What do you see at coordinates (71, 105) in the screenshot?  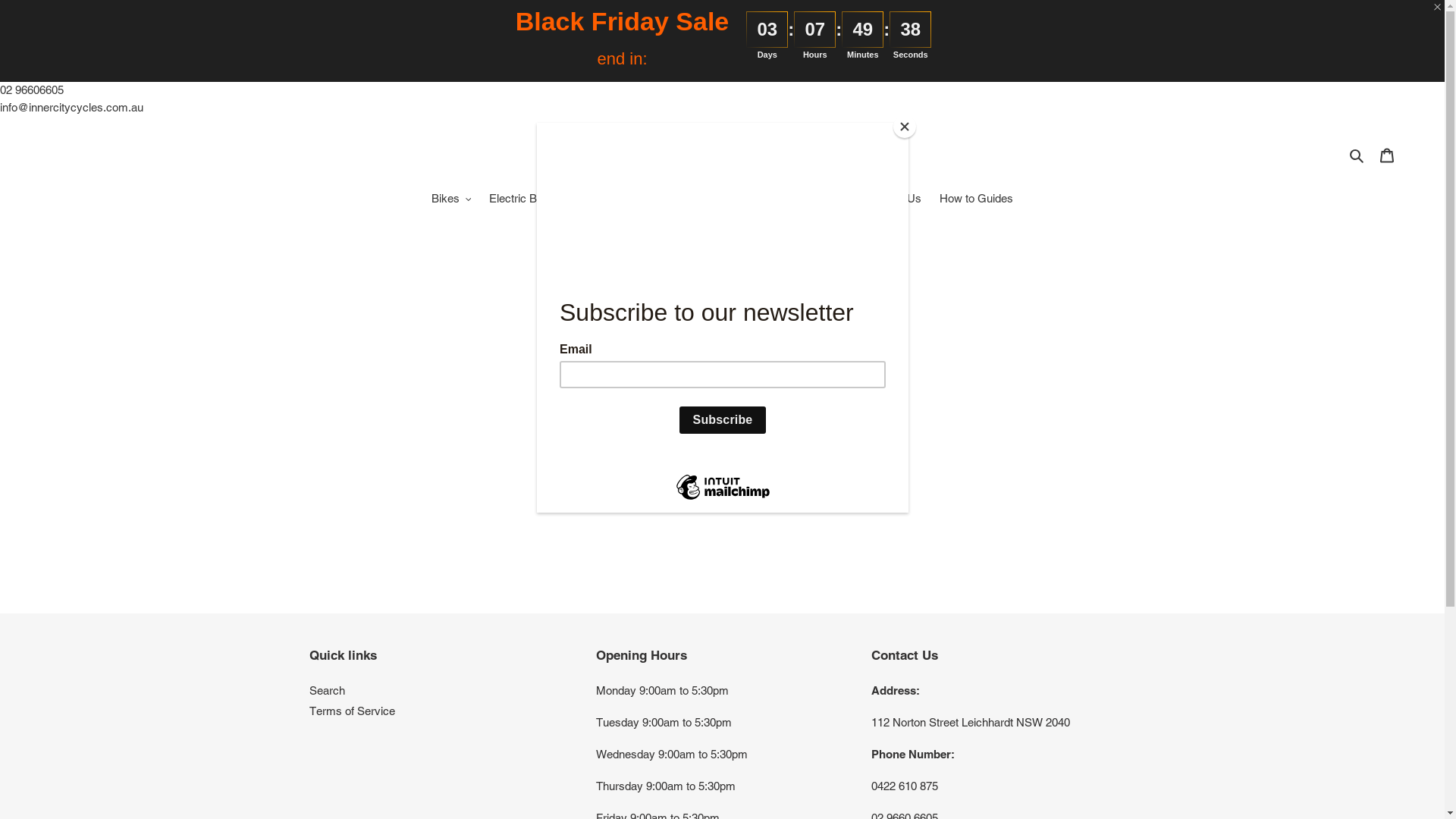 I see `'info@innercitycycles.com.au'` at bounding box center [71, 105].